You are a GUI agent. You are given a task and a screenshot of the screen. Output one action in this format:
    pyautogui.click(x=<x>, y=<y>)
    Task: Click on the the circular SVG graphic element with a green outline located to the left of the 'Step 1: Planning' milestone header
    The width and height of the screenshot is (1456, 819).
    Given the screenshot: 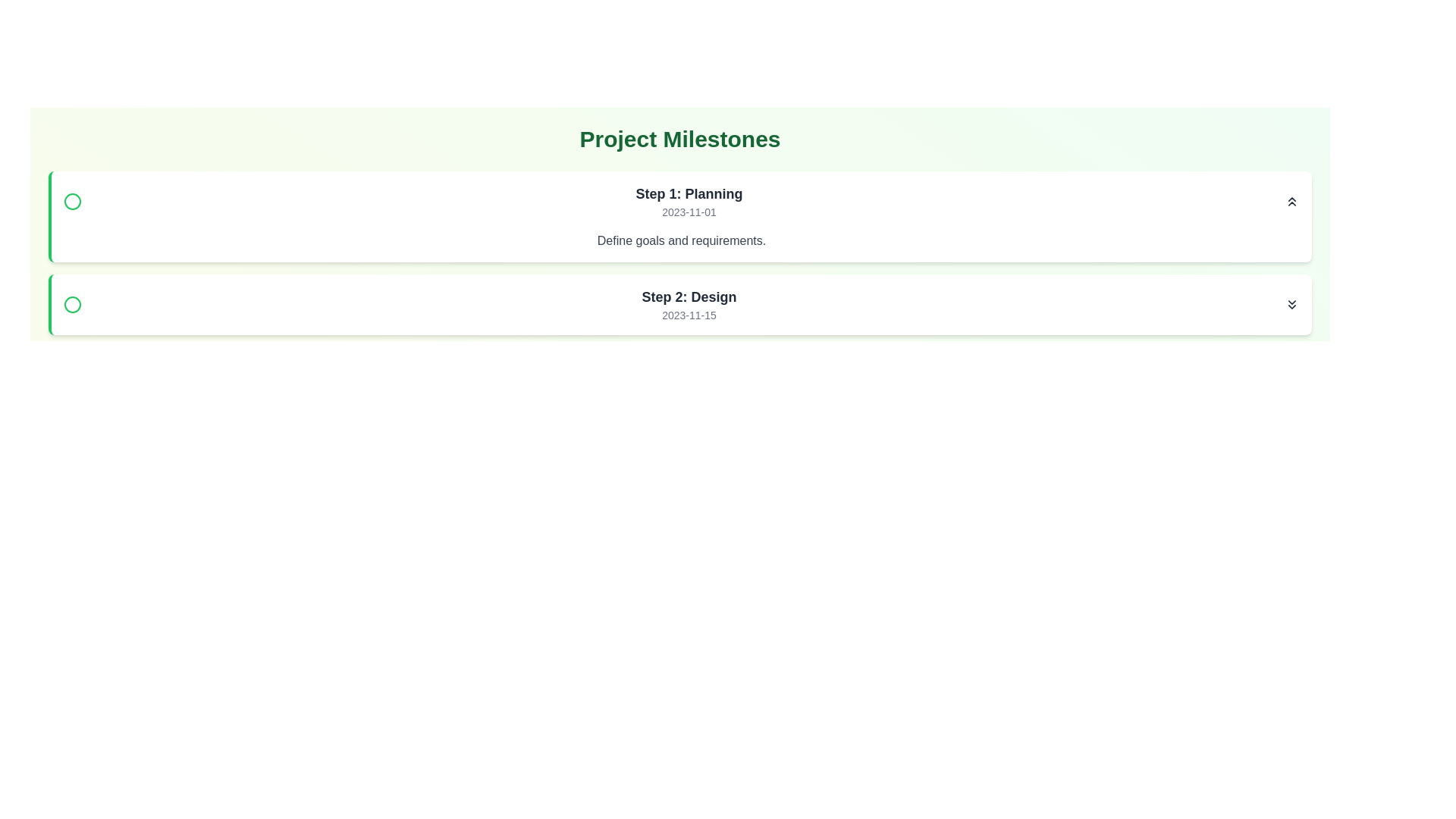 What is the action you would take?
    pyautogui.click(x=72, y=201)
    